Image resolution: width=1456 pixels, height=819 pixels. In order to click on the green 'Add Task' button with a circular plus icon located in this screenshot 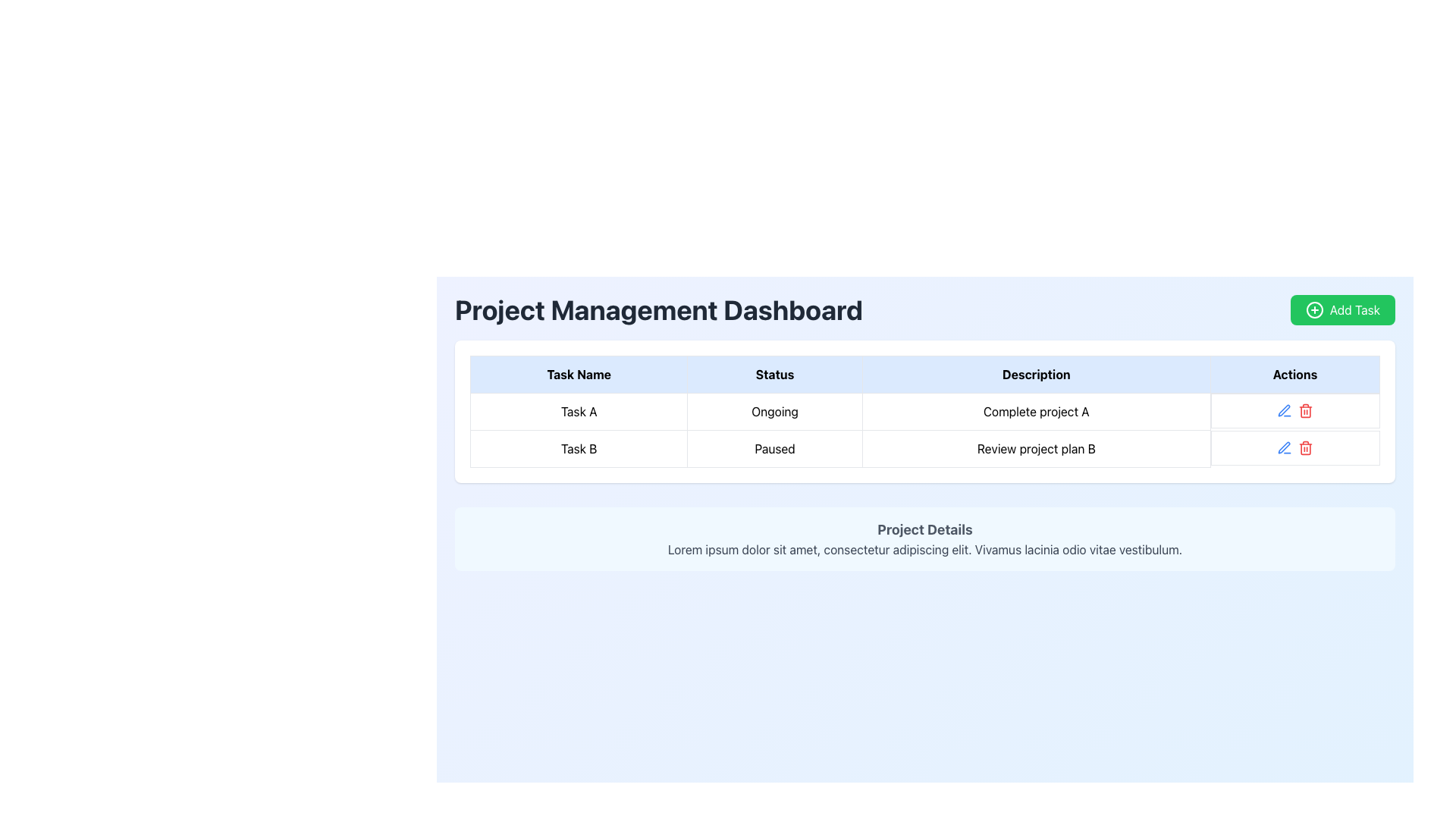, I will do `click(1342, 309)`.